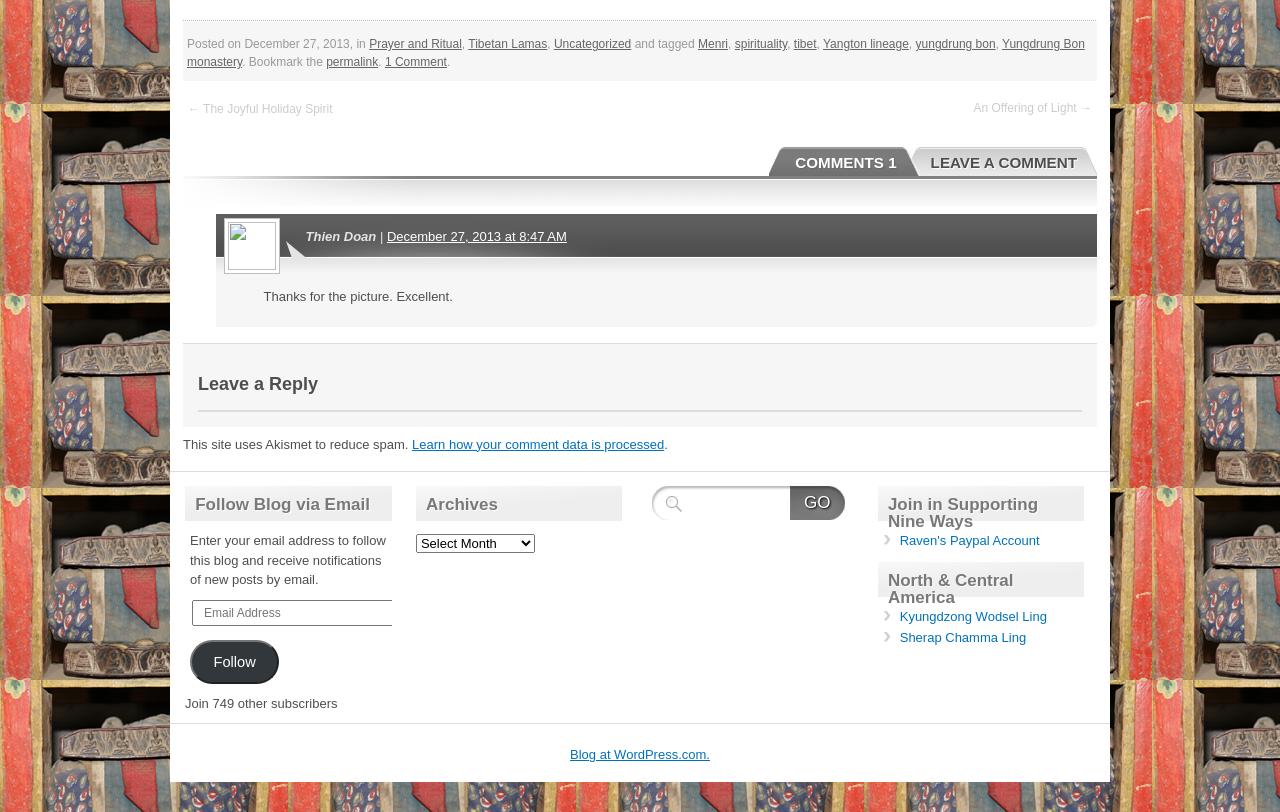 This screenshot has width=1280, height=812. What do you see at coordinates (352, 62) in the screenshot?
I see `'permalink'` at bounding box center [352, 62].